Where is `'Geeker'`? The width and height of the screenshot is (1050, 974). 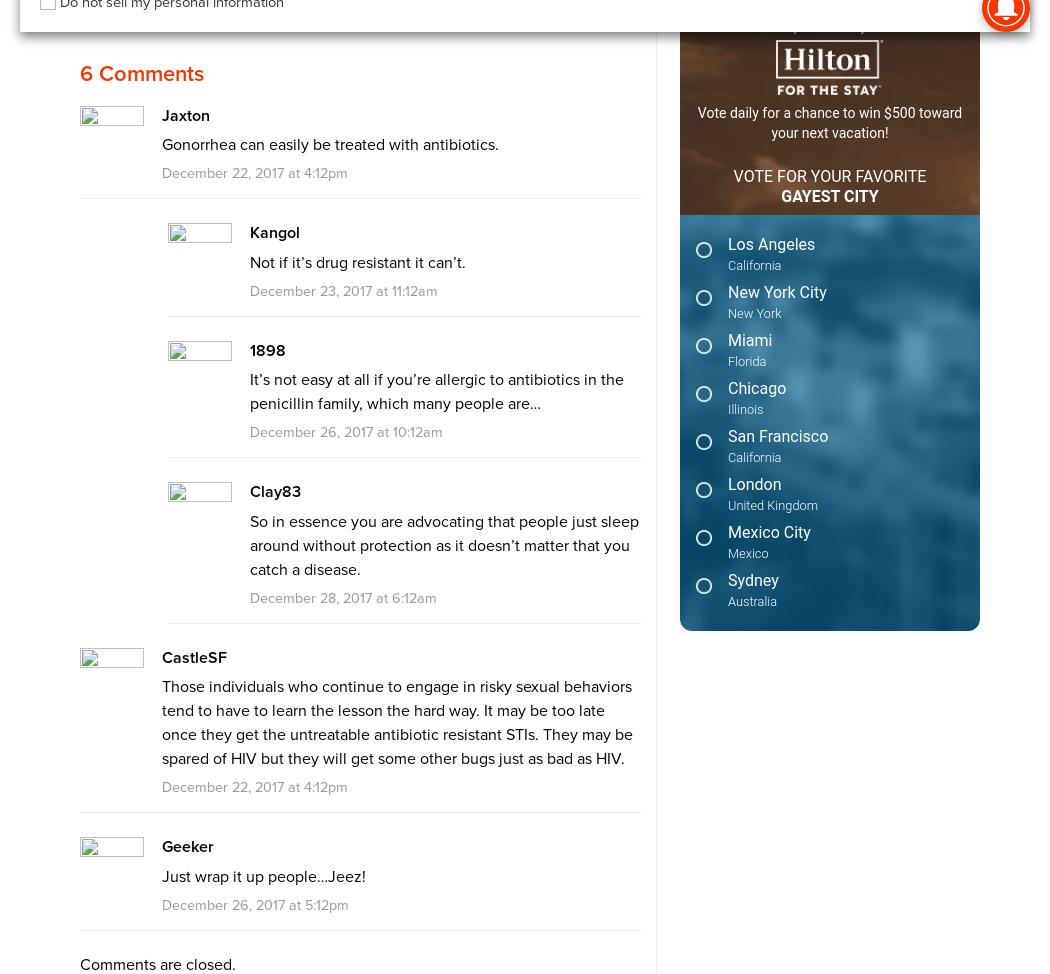
'Geeker' is located at coordinates (160, 846).